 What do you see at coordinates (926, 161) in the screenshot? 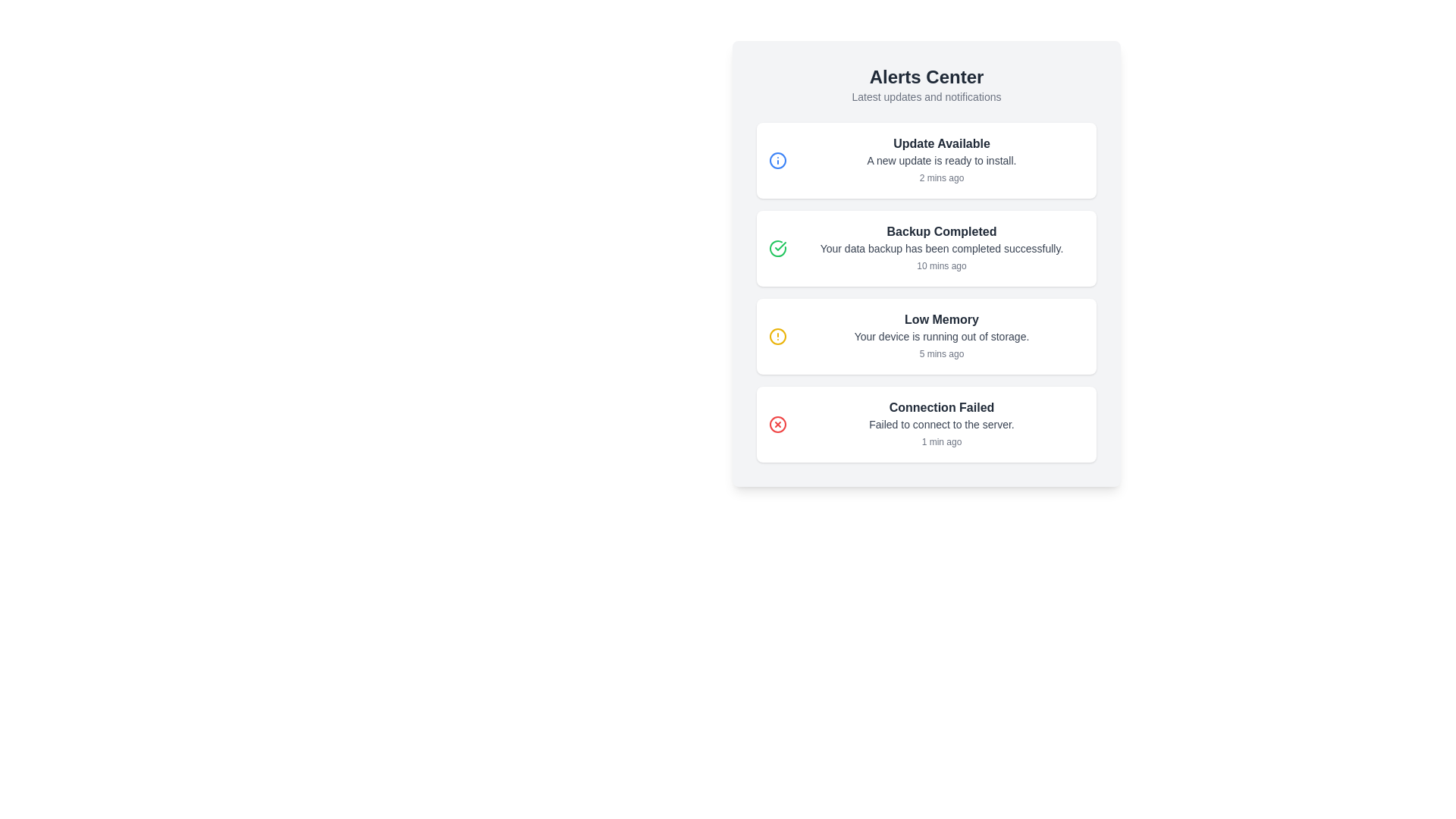
I see `the first Notification Card in the Alerts Center to emphasize it` at bounding box center [926, 161].